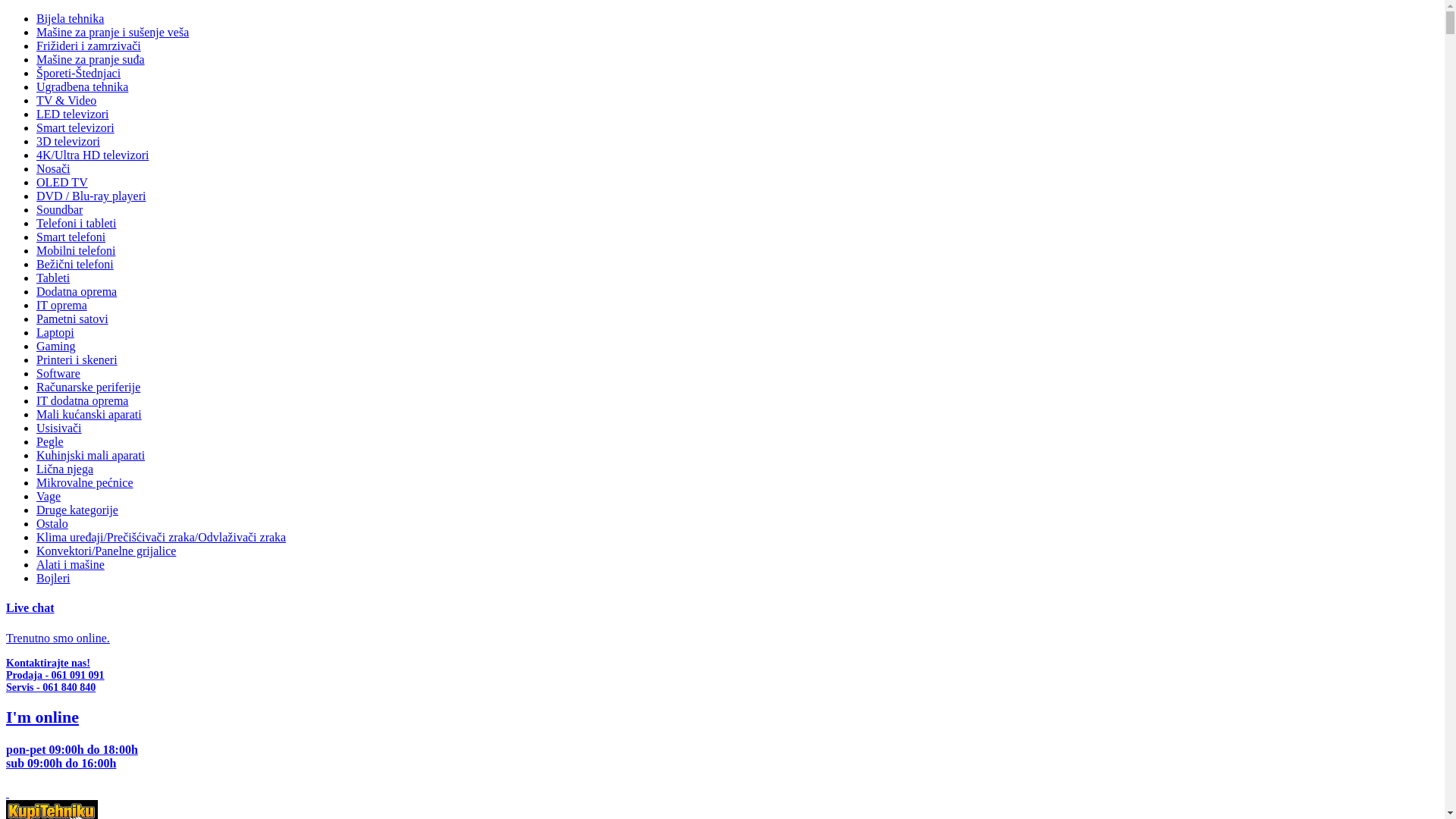  What do you see at coordinates (59, 209) in the screenshot?
I see `'Soundbar'` at bounding box center [59, 209].